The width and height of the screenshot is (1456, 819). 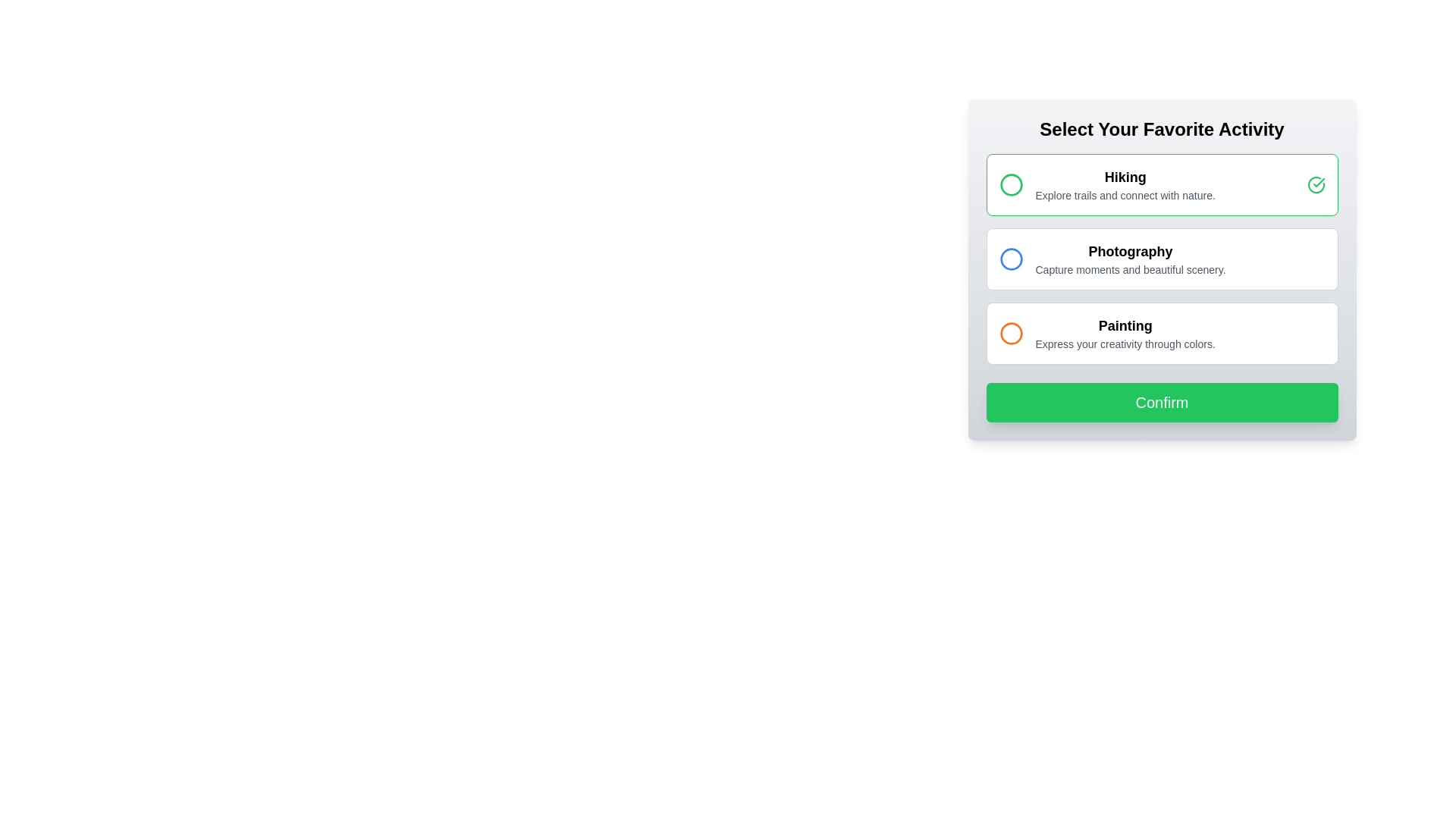 What do you see at coordinates (1011, 184) in the screenshot?
I see `the visual state of the green circular icon associated with the 'Hiking' option in the activity selection list` at bounding box center [1011, 184].